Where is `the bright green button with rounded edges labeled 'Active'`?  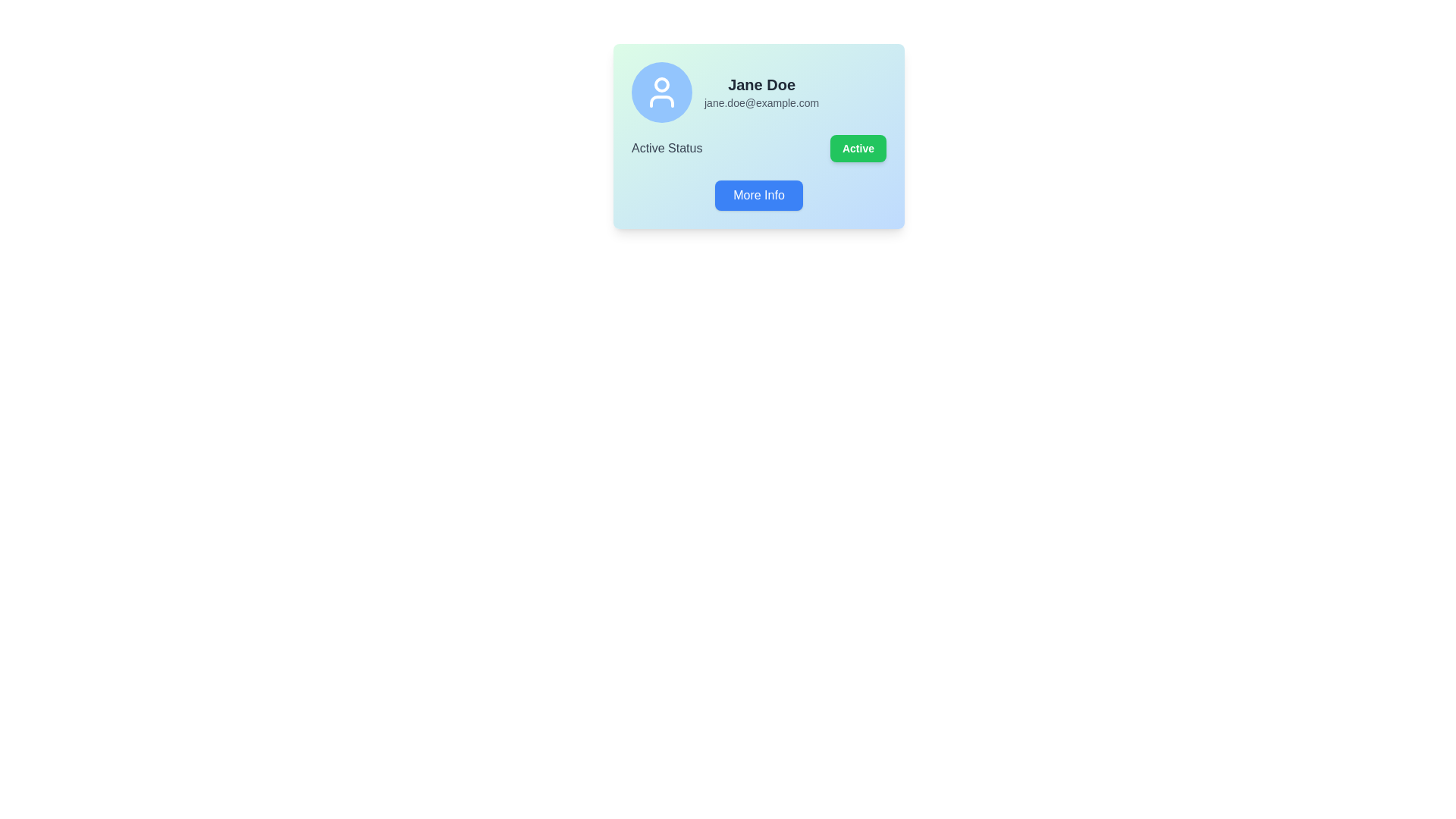
the bright green button with rounded edges labeled 'Active' is located at coordinates (858, 149).